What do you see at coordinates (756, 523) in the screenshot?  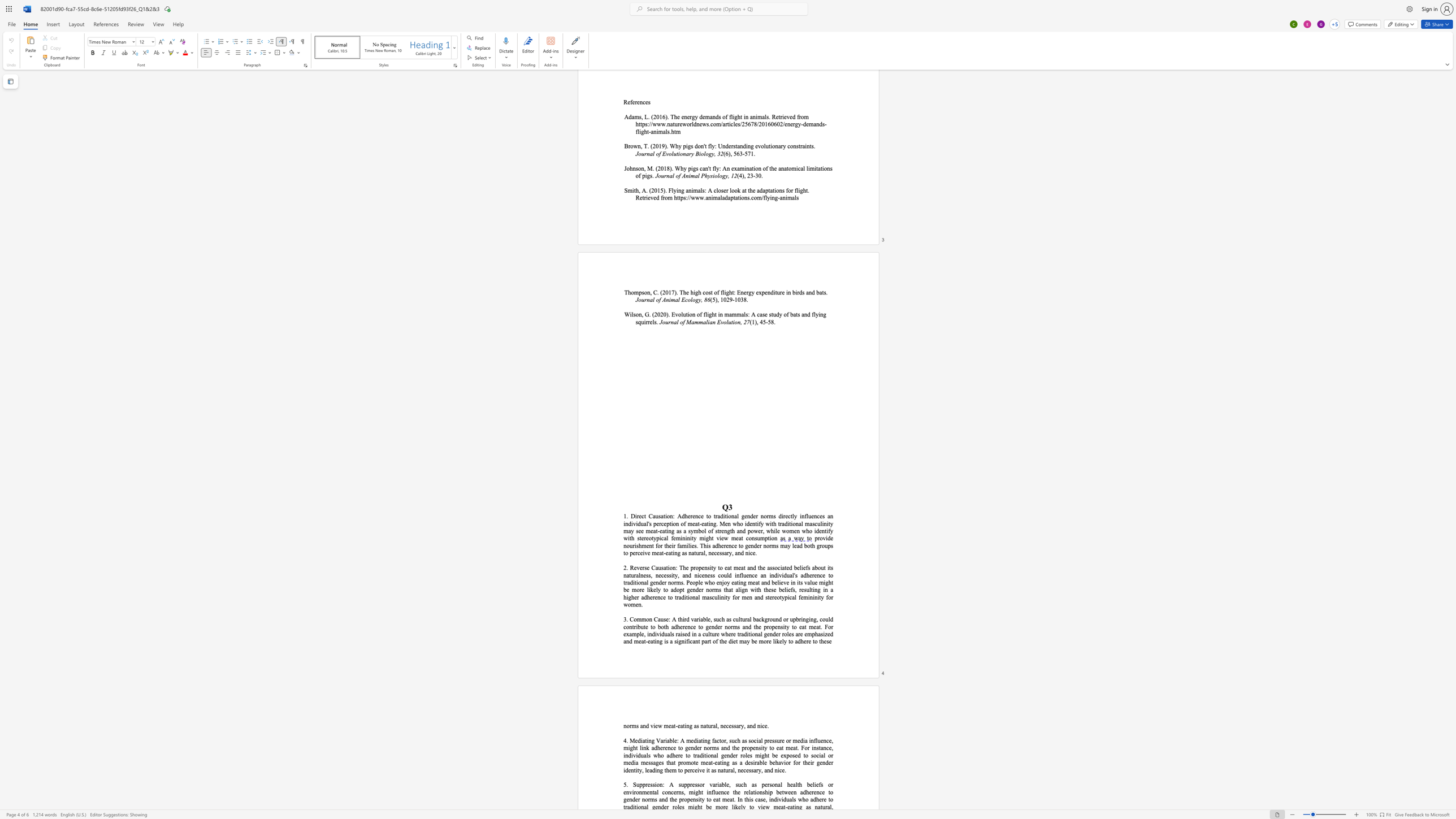 I see `the 3th character "t" in the text` at bounding box center [756, 523].